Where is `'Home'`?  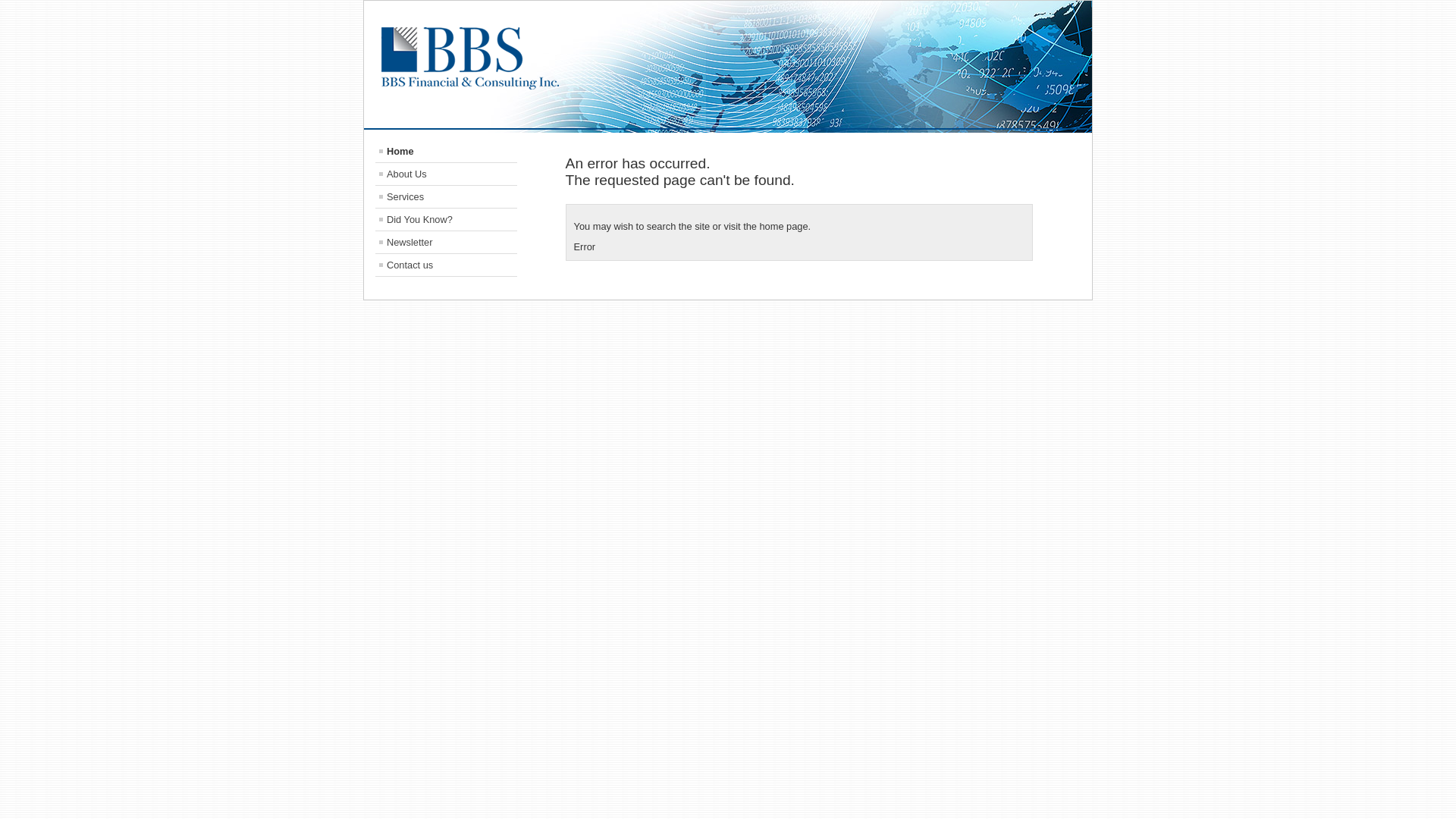
'Home' is located at coordinates (445, 151).